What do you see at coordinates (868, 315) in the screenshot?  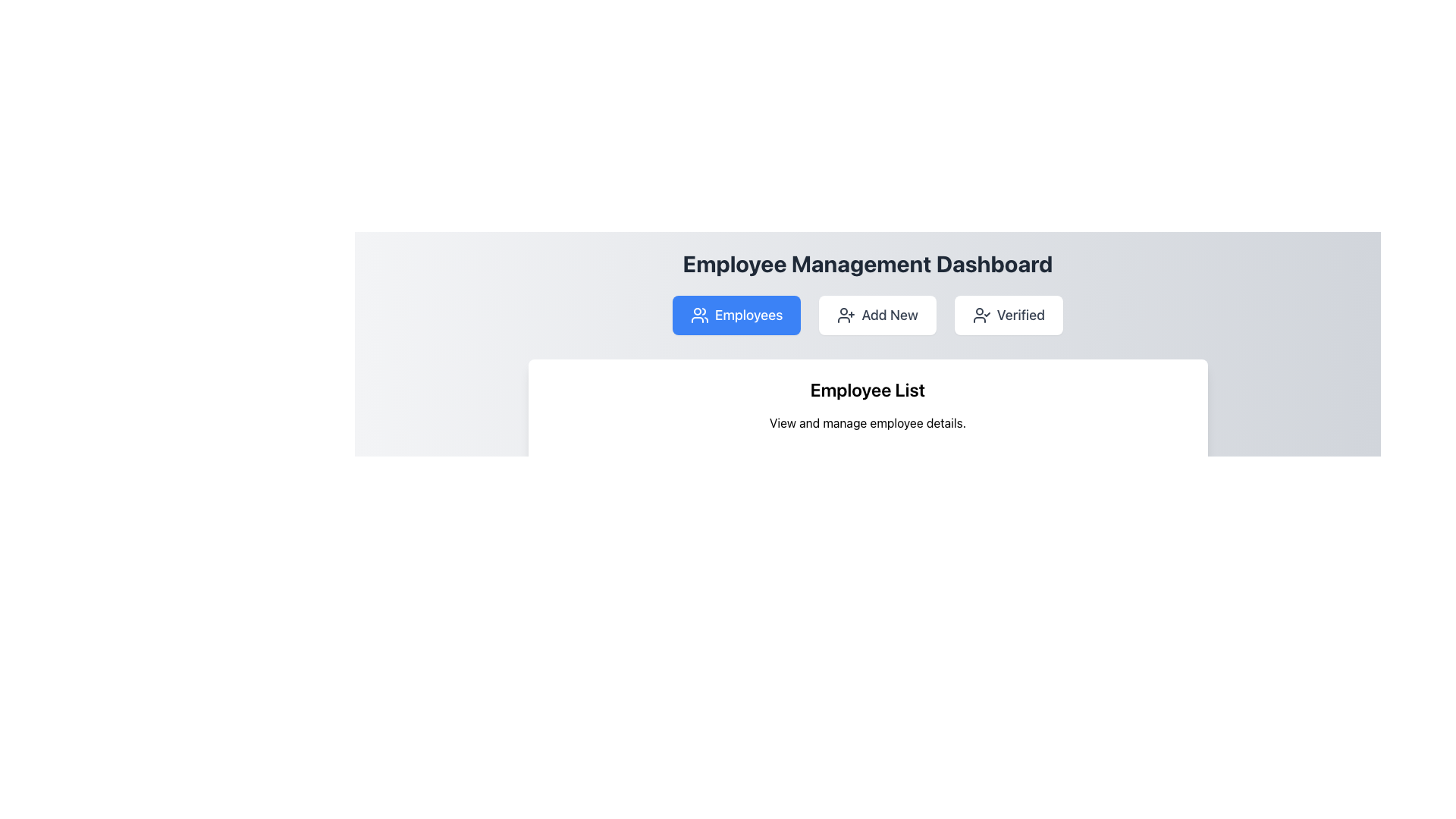 I see `the 'Add Employee' button located in the middle of the trio under 'Employee Management Dashboard'` at bounding box center [868, 315].